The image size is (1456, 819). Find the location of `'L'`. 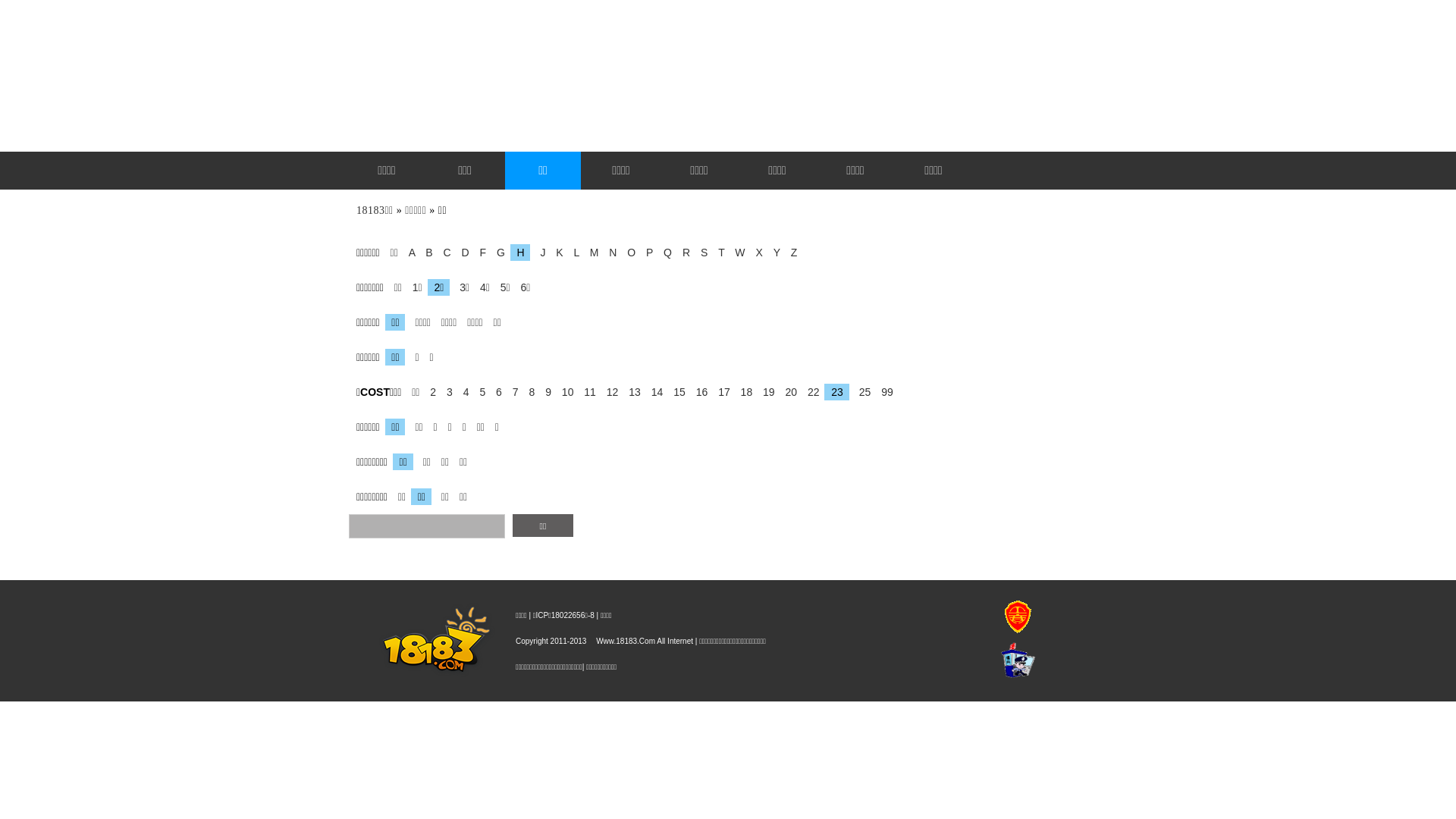

'L' is located at coordinates (566, 251).